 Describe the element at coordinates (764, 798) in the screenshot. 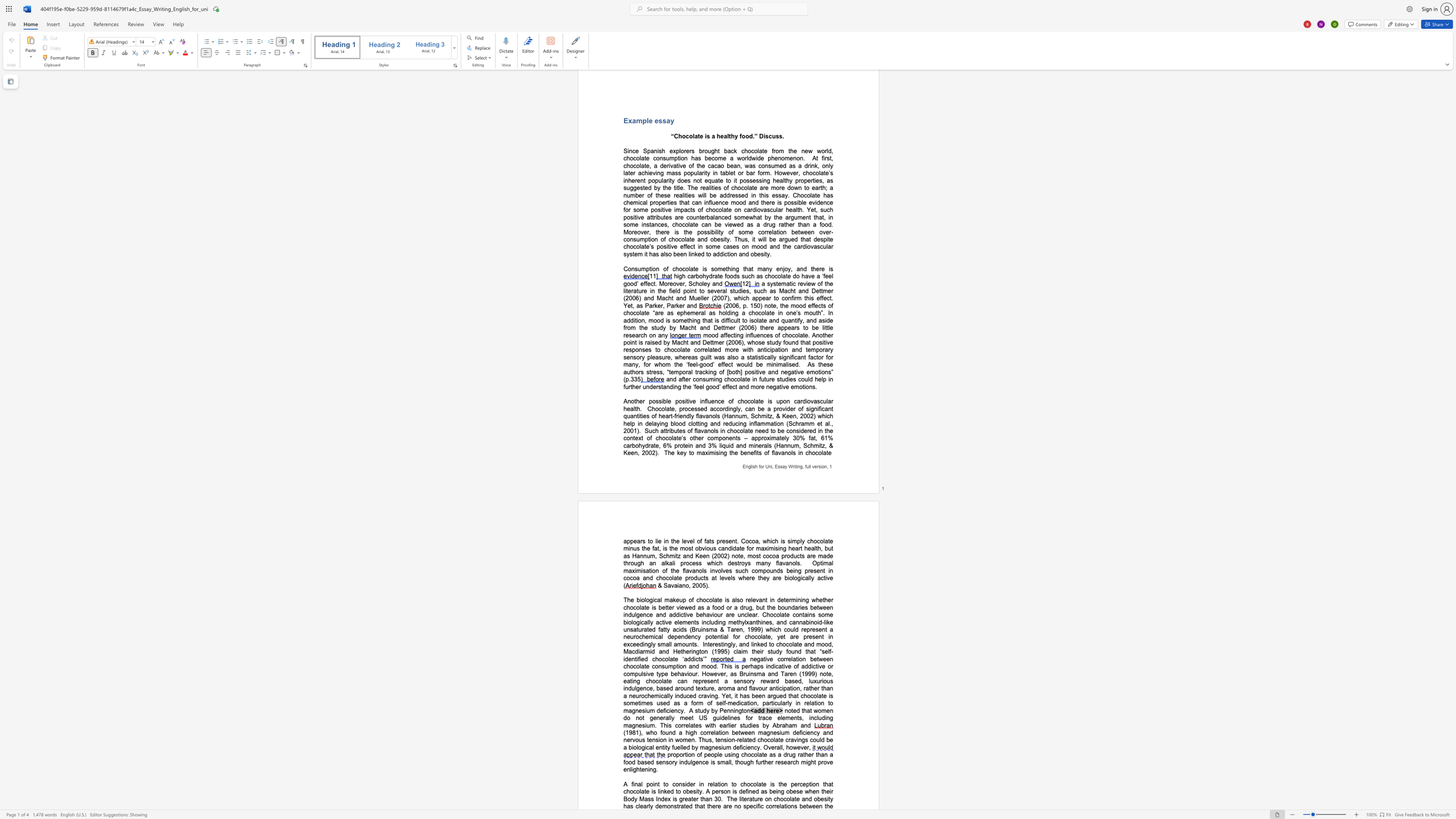

I see `the subset text "on chocolate and obes" within the text "The literature on chocolate and obesity has clearly"` at that location.